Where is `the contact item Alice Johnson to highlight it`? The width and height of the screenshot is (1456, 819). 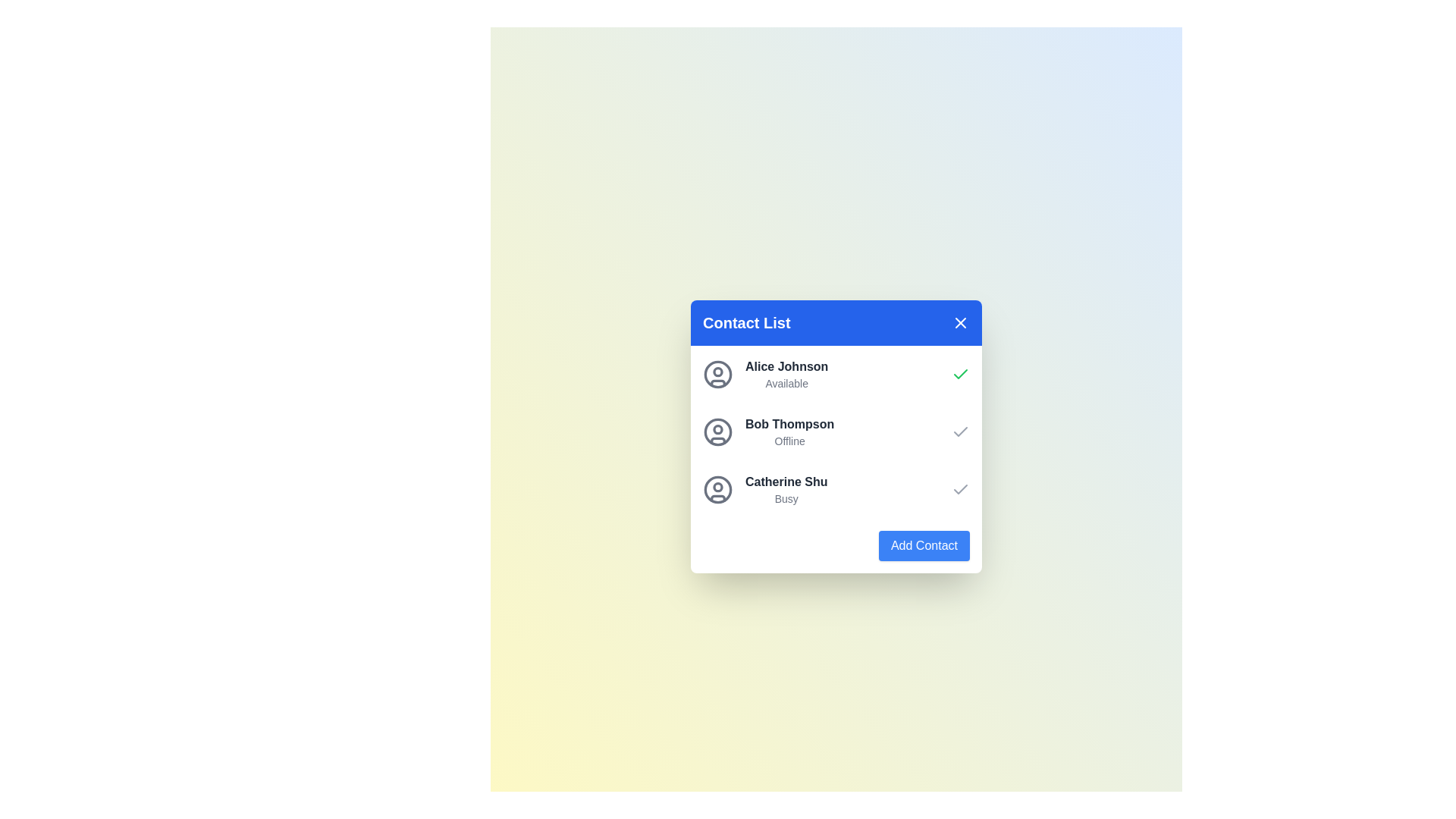 the contact item Alice Johnson to highlight it is located at coordinates (764, 374).